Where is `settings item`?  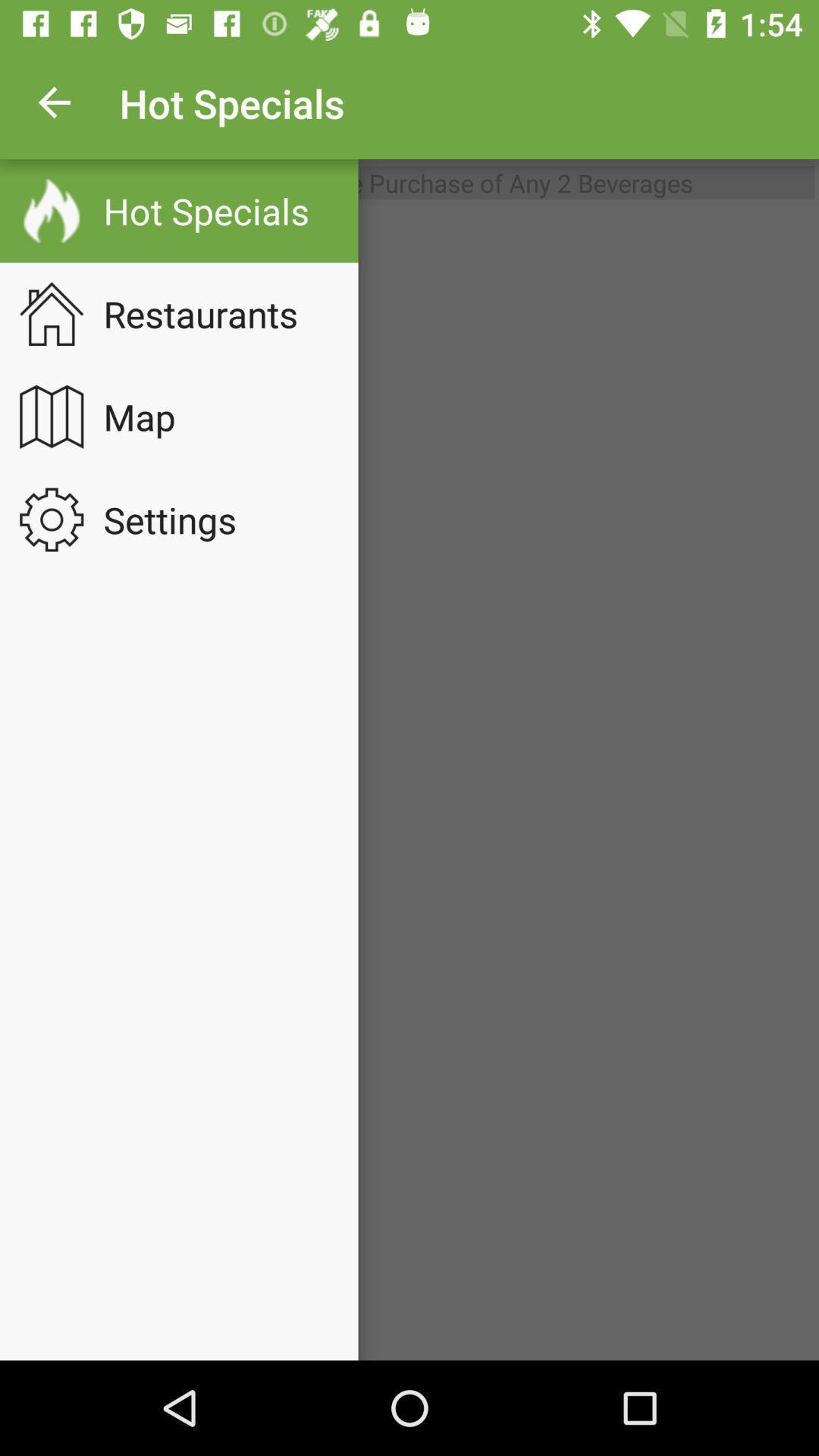
settings item is located at coordinates (179, 519).